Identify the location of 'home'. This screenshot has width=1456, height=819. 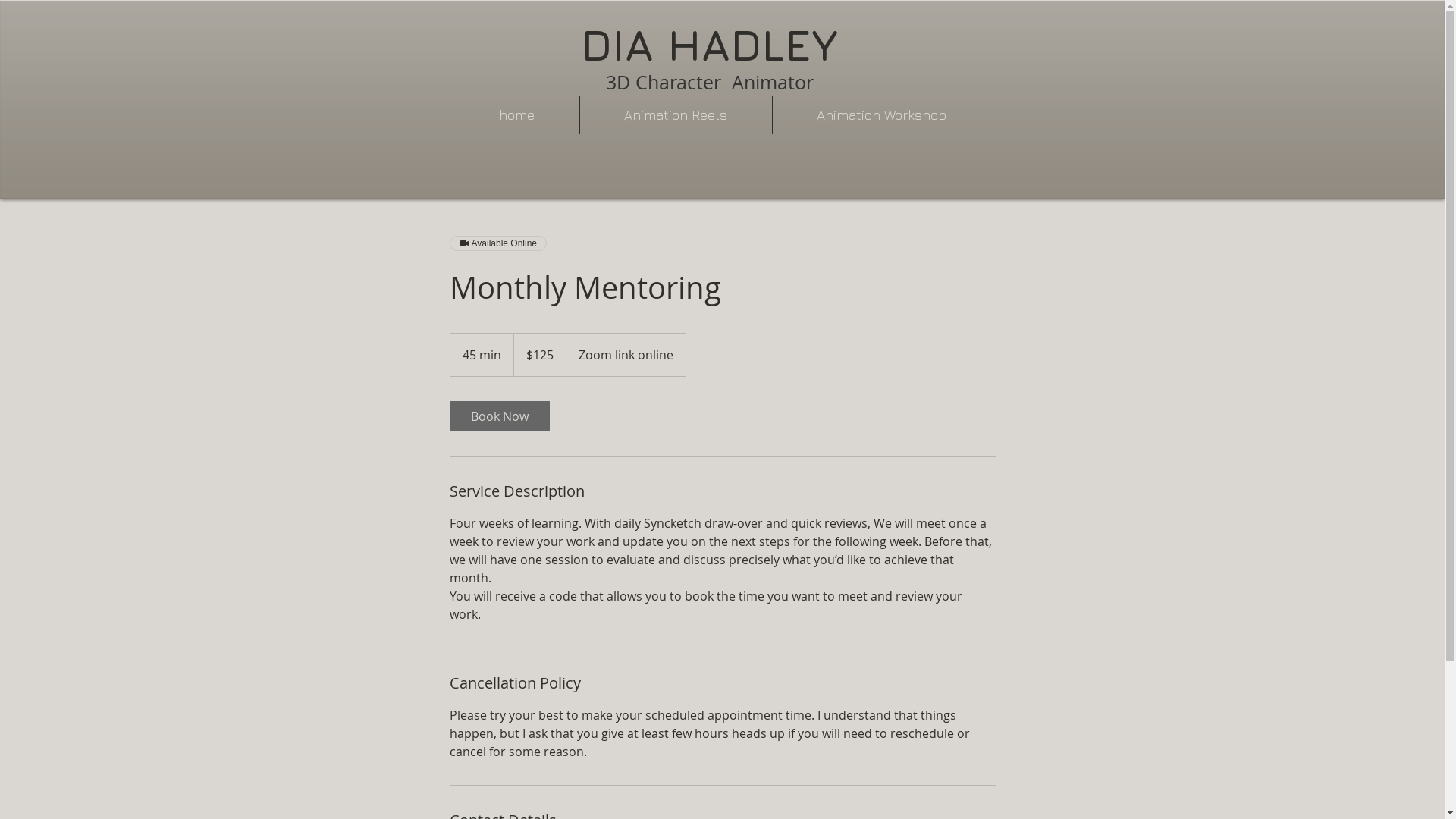
(516, 114).